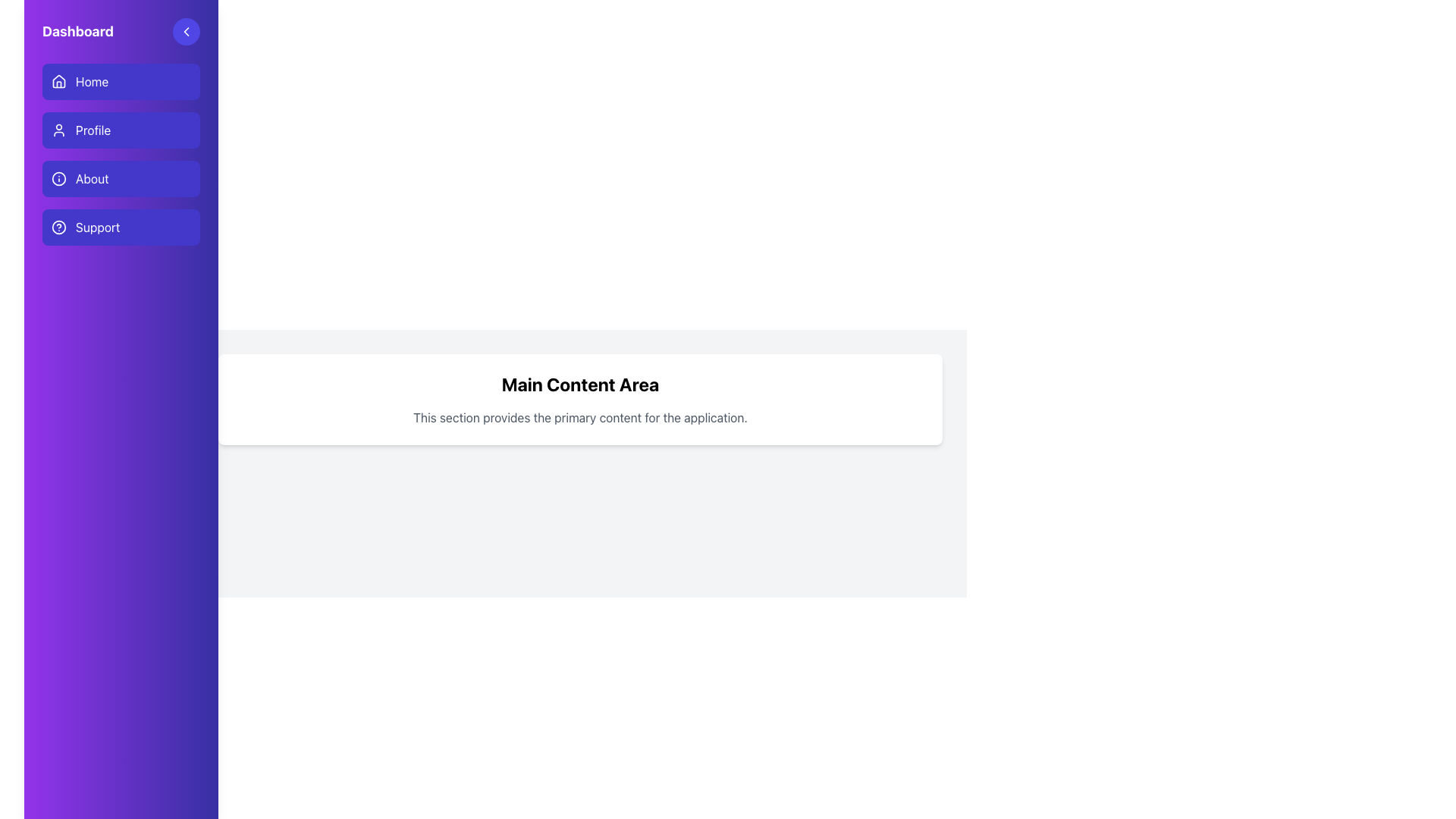 The image size is (1456, 819). Describe the element at coordinates (185, 32) in the screenshot. I see `the left-facing chevron icon contained within a rounded purple circular button located at the top-right corner of the sidebar` at that location.